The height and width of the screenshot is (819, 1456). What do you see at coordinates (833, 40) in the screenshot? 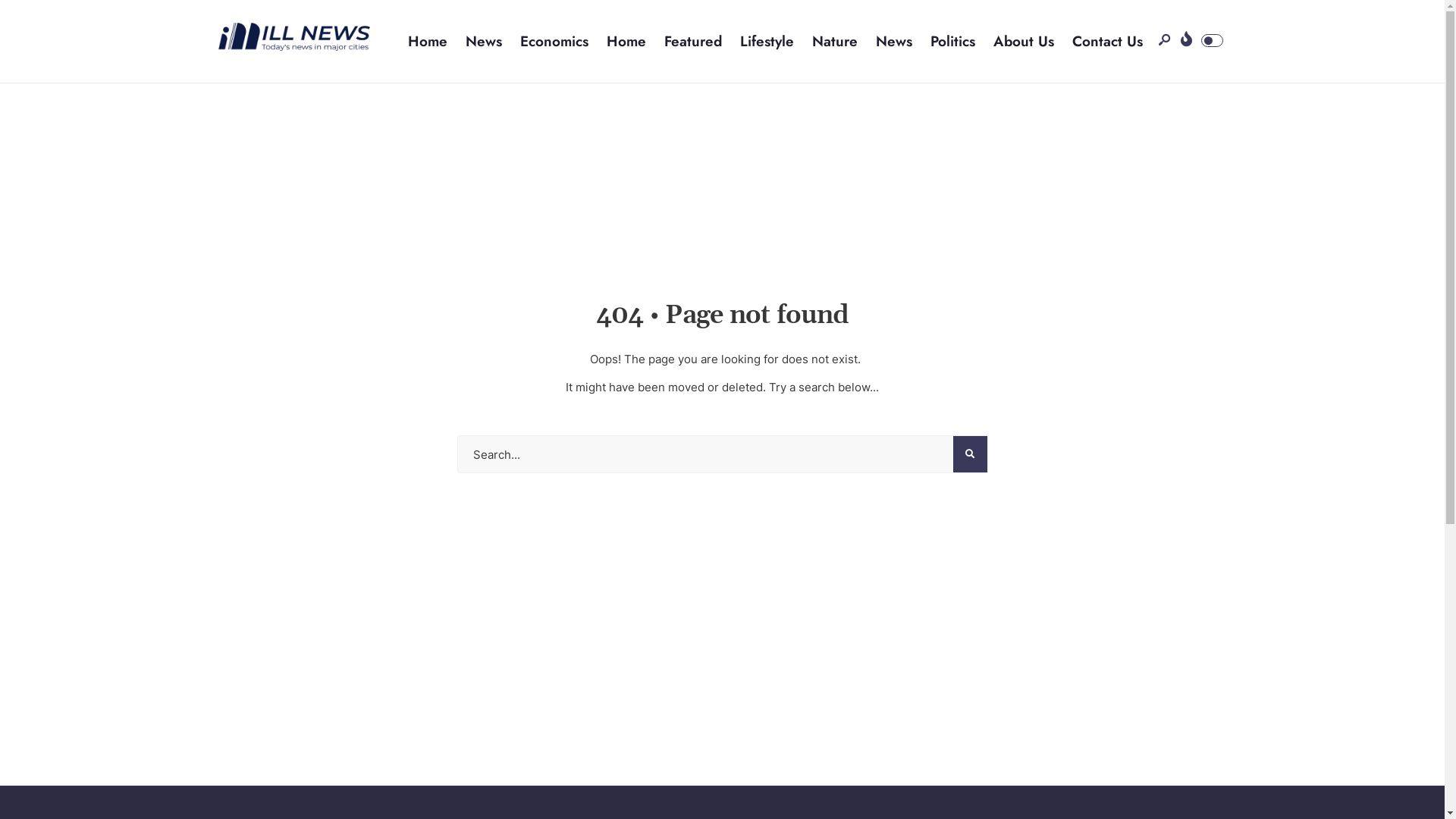
I see `'Nature'` at bounding box center [833, 40].